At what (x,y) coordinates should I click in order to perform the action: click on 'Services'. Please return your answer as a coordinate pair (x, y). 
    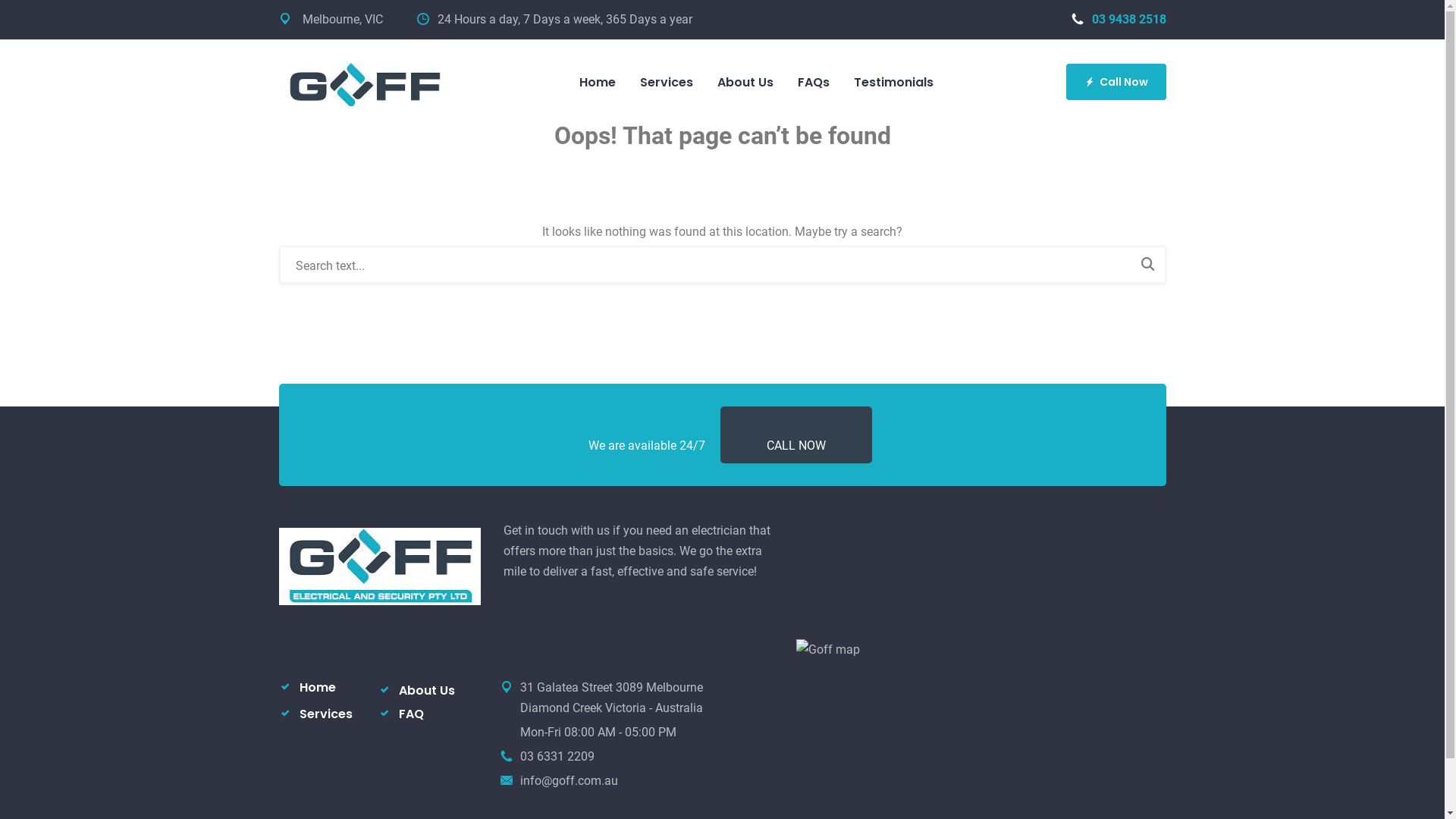
    Looking at the image, I should click on (324, 714).